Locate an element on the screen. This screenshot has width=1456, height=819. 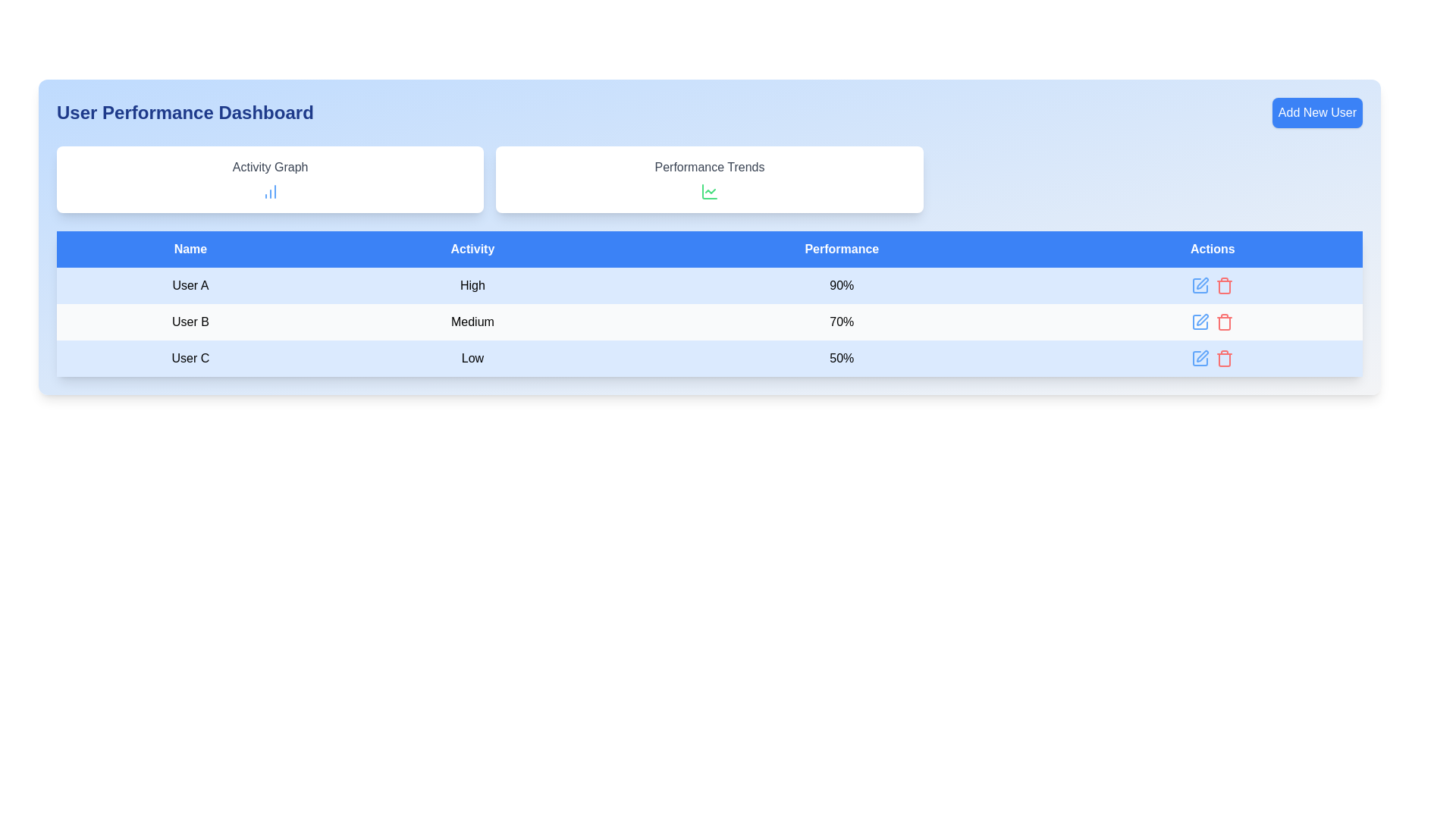
the blue column chart icon located at the center of the 'Activity Graph' card, which is positioned in the upper-left section of the interface is located at coordinates (270, 191).